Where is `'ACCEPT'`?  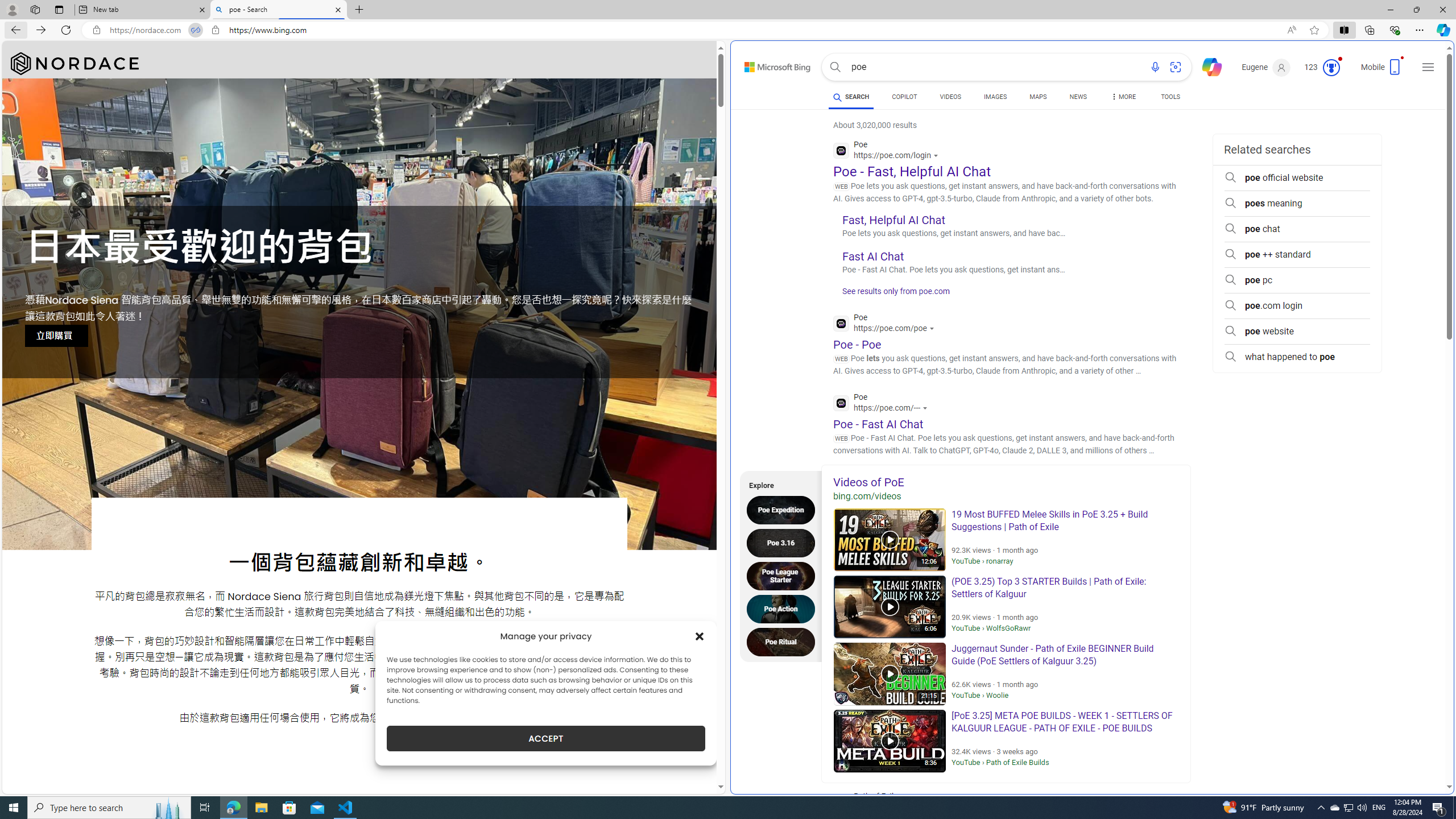 'ACCEPT' is located at coordinates (545, 738).